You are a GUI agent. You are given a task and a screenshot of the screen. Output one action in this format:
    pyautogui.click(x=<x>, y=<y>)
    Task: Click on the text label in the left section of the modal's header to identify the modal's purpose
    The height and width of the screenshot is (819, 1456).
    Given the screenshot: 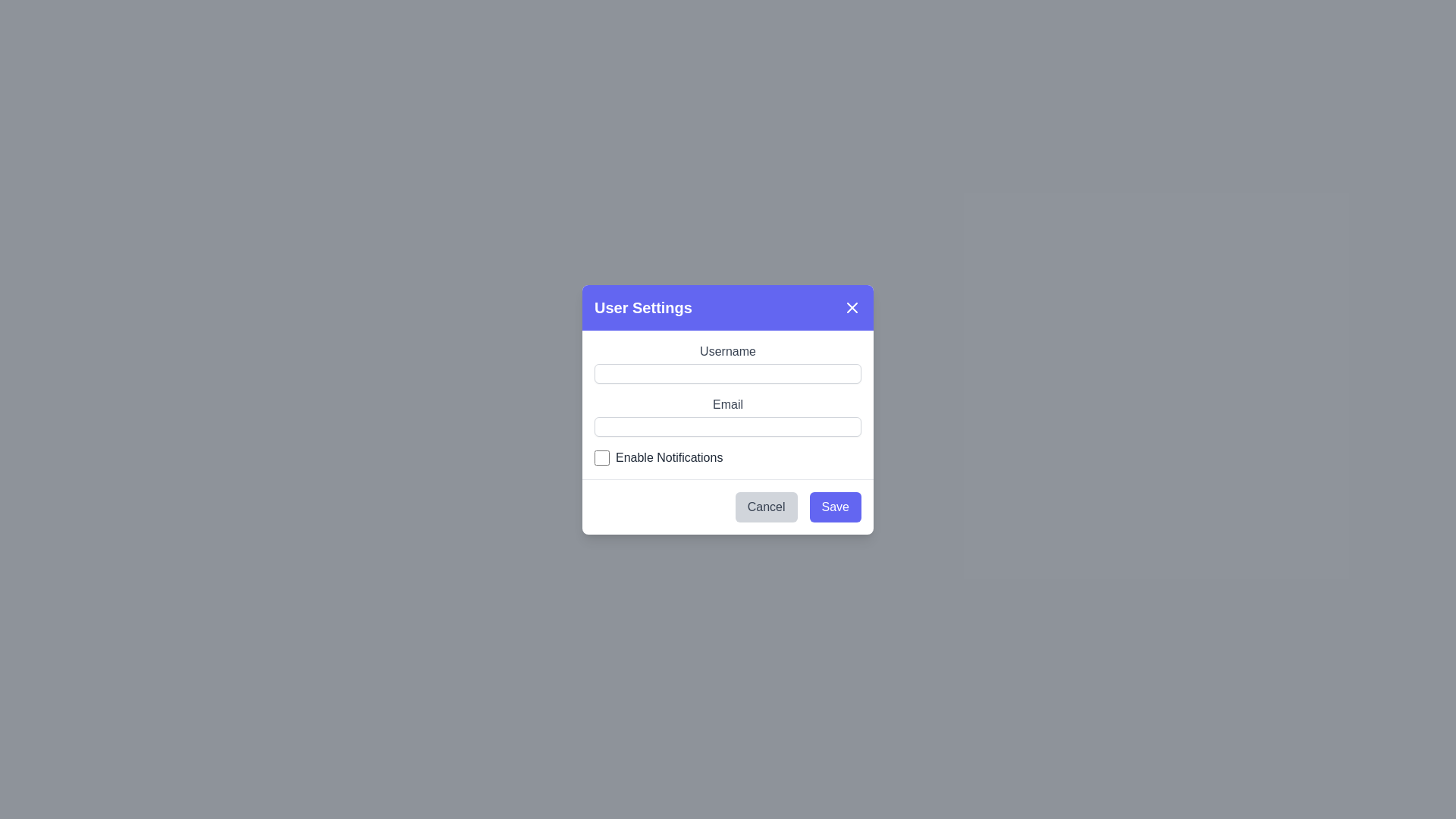 What is the action you would take?
    pyautogui.click(x=643, y=307)
    